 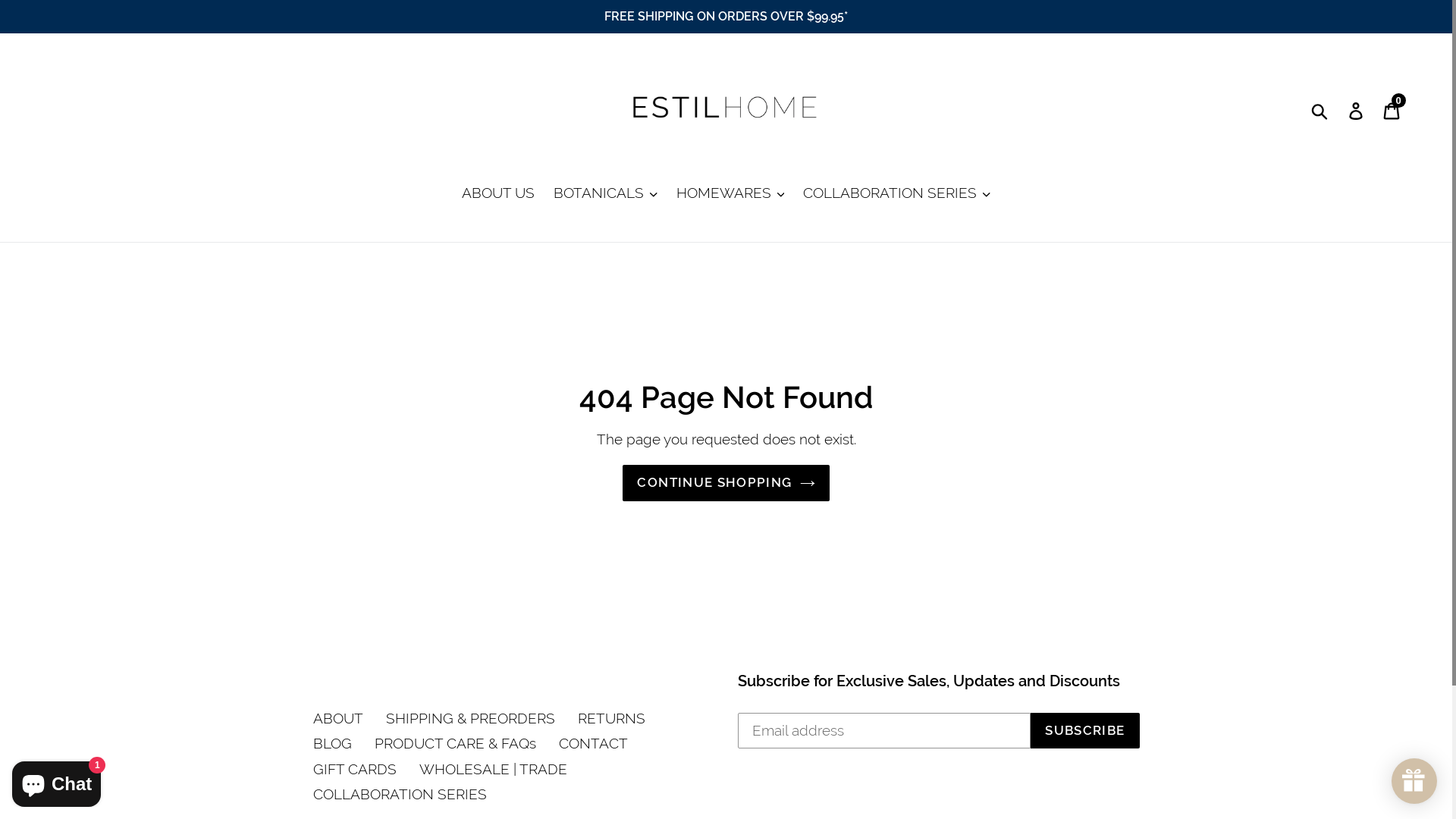 I want to click on 'COLLABORATION SERIES', so click(x=312, y=792).